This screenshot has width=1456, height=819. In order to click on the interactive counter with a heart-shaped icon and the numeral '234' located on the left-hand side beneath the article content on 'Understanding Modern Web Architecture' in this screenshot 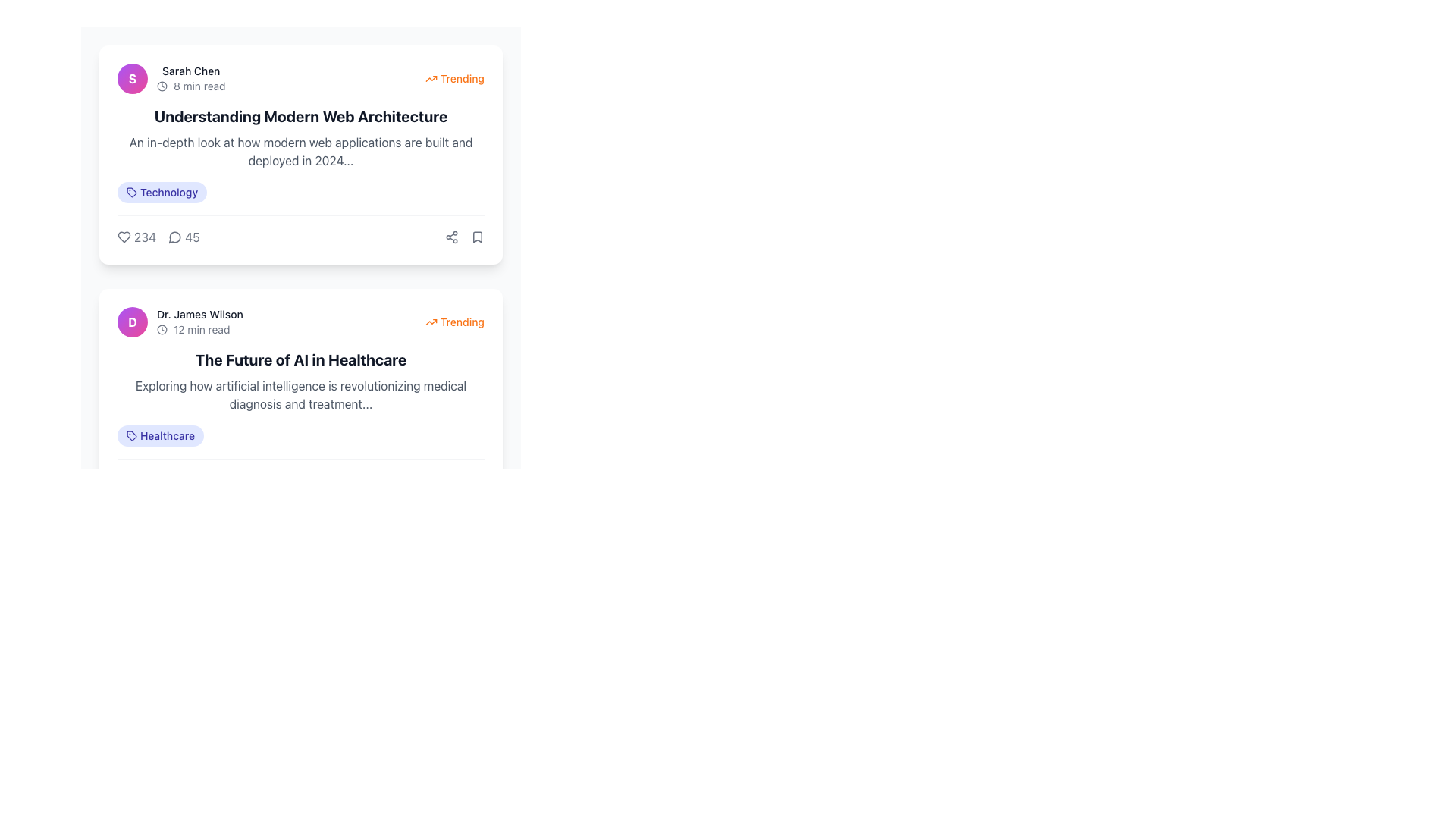, I will do `click(136, 237)`.